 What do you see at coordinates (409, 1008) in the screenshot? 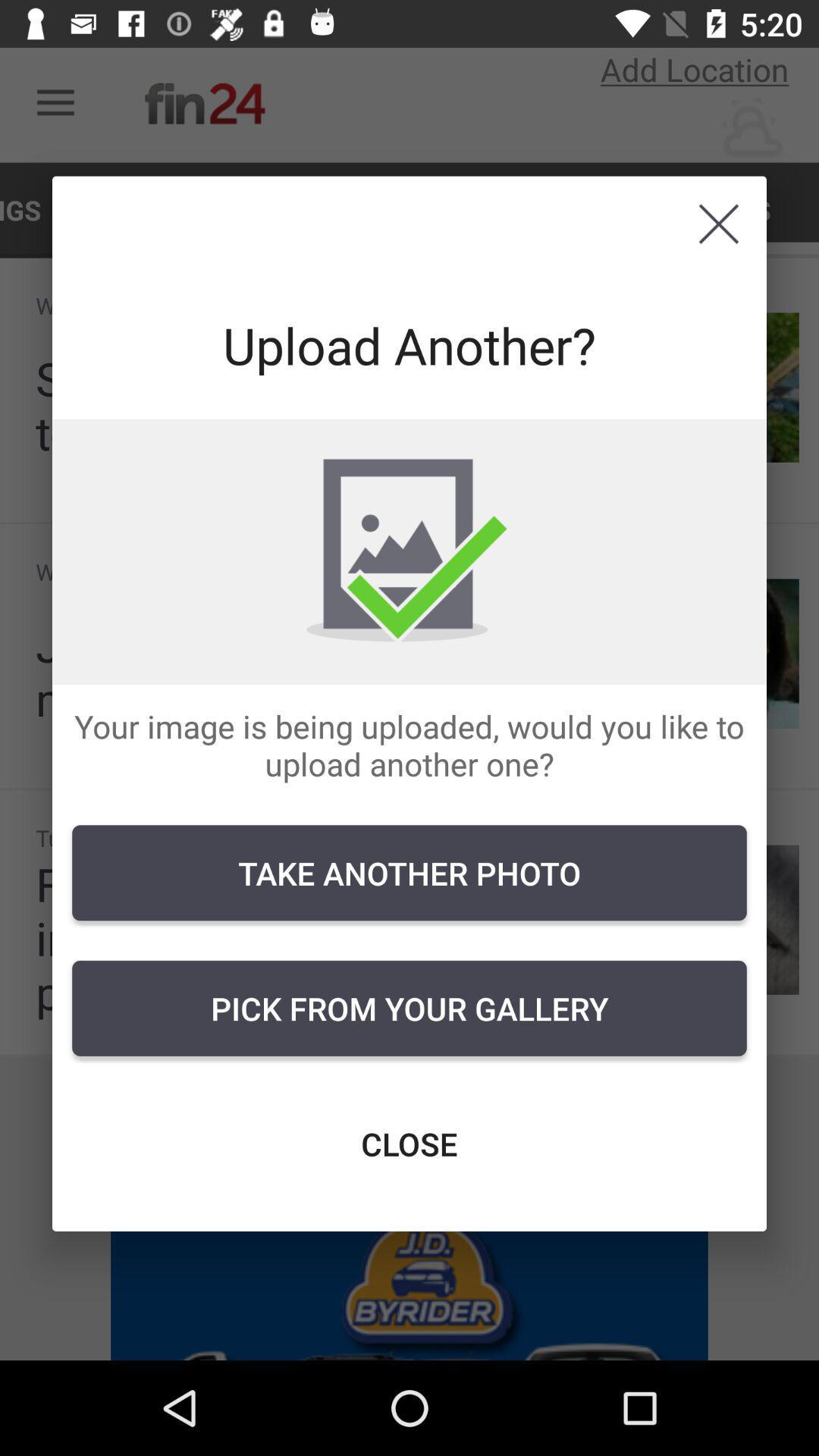
I see `the pick from your icon` at bounding box center [409, 1008].